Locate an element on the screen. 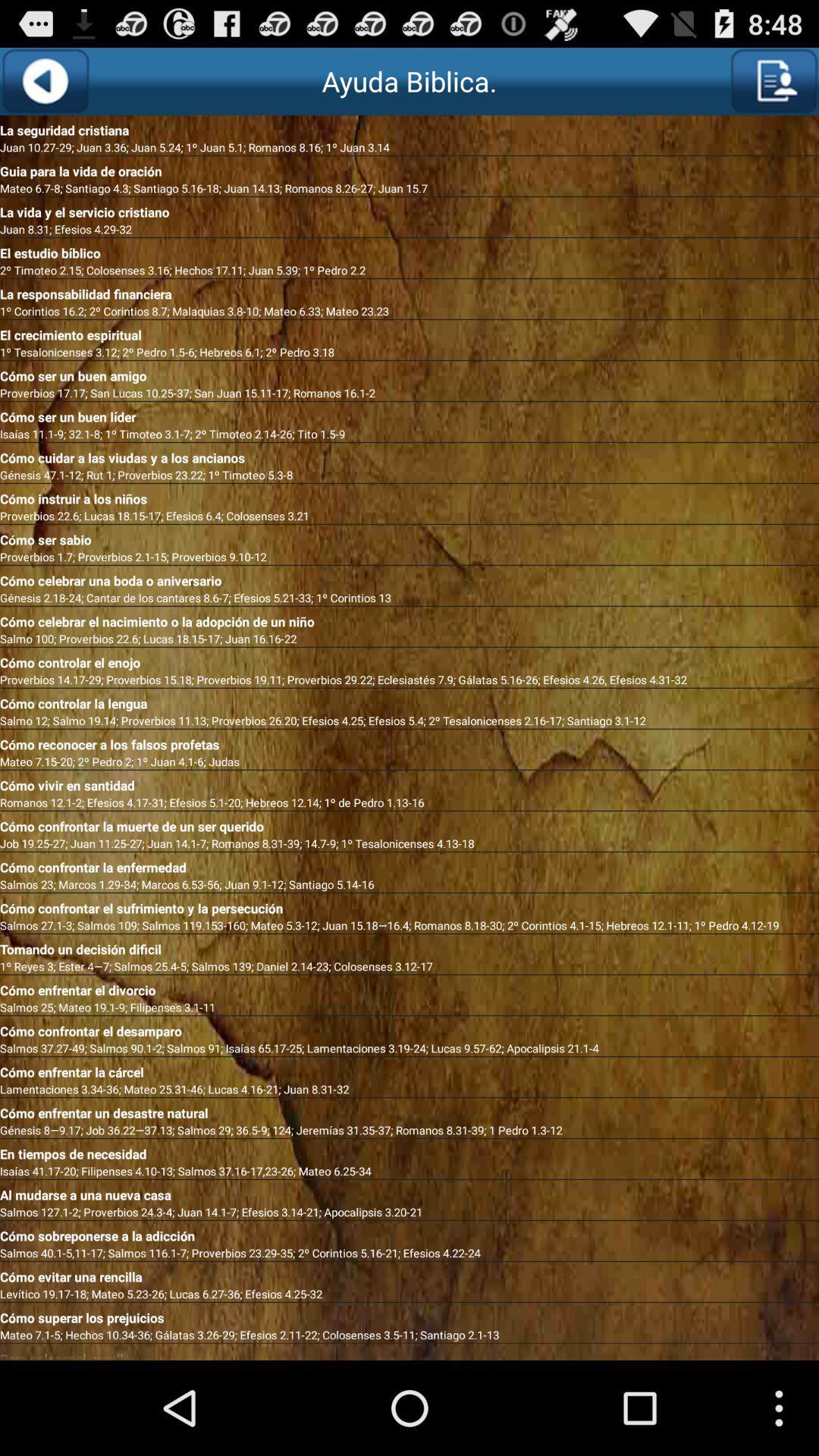  the la responsabilidad financiera icon is located at coordinates (409, 291).